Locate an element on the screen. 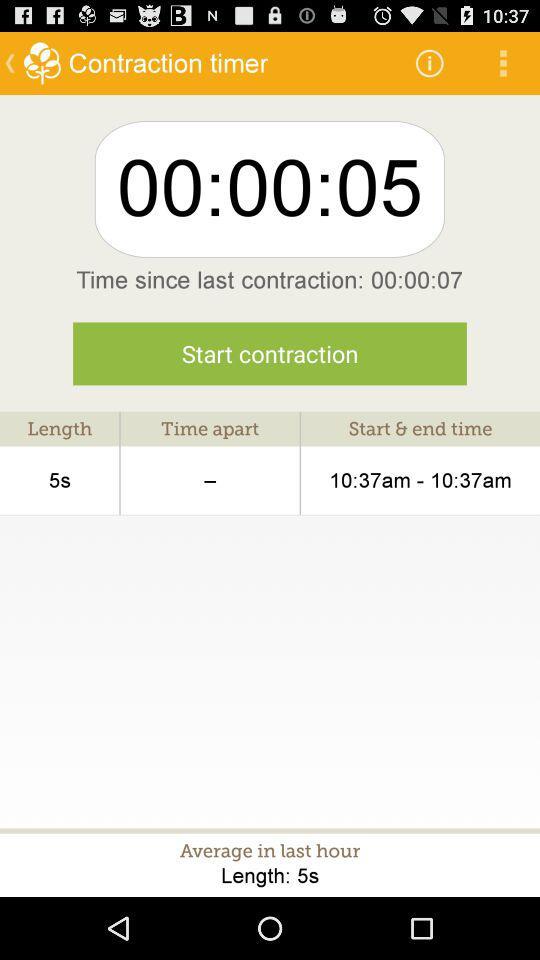  icon to the left of the start & end time icon is located at coordinates (209, 480).